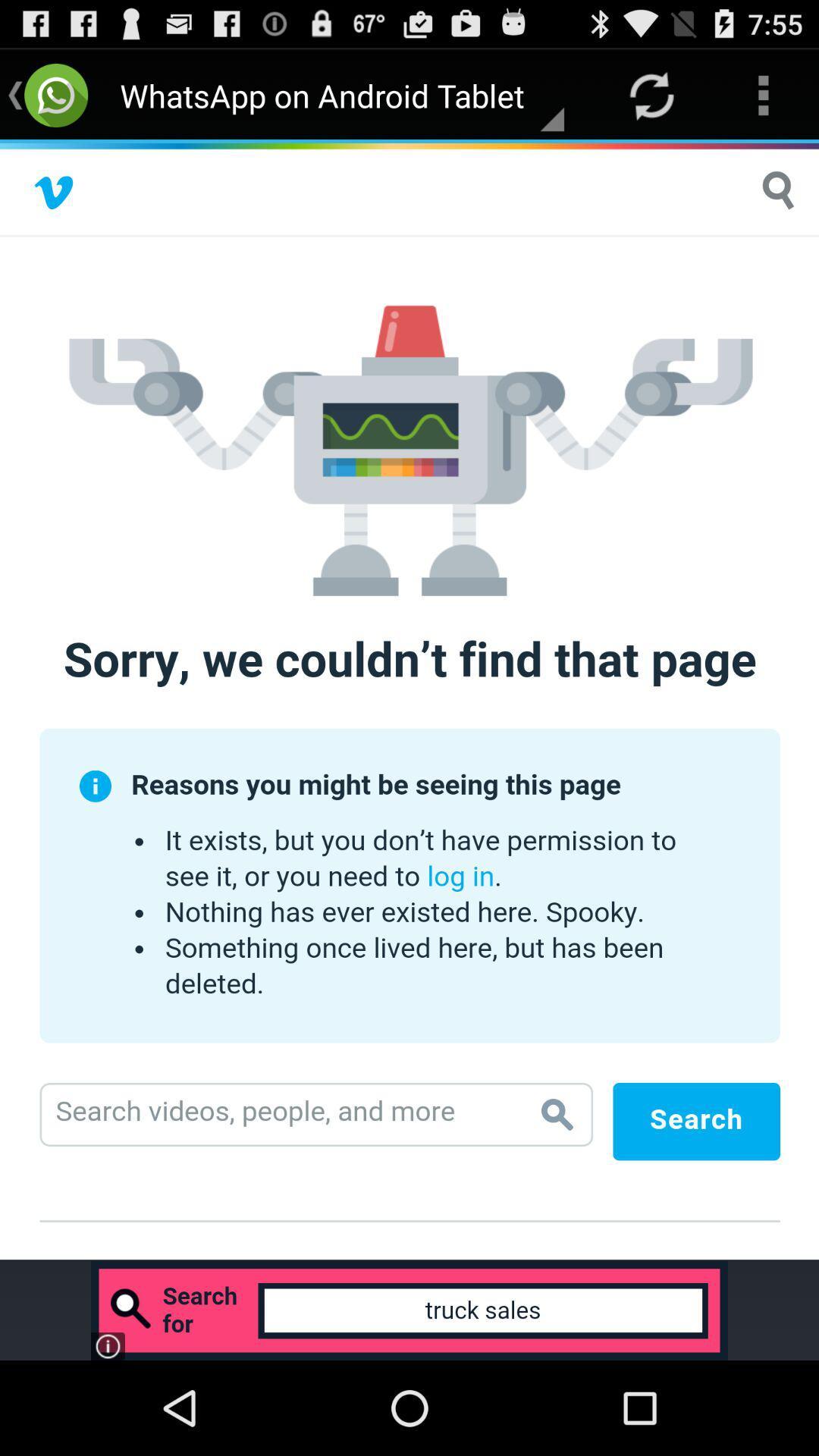 The image size is (819, 1456). What do you see at coordinates (409, 1310) in the screenshot?
I see `click advertisement` at bounding box center [409, 1310].